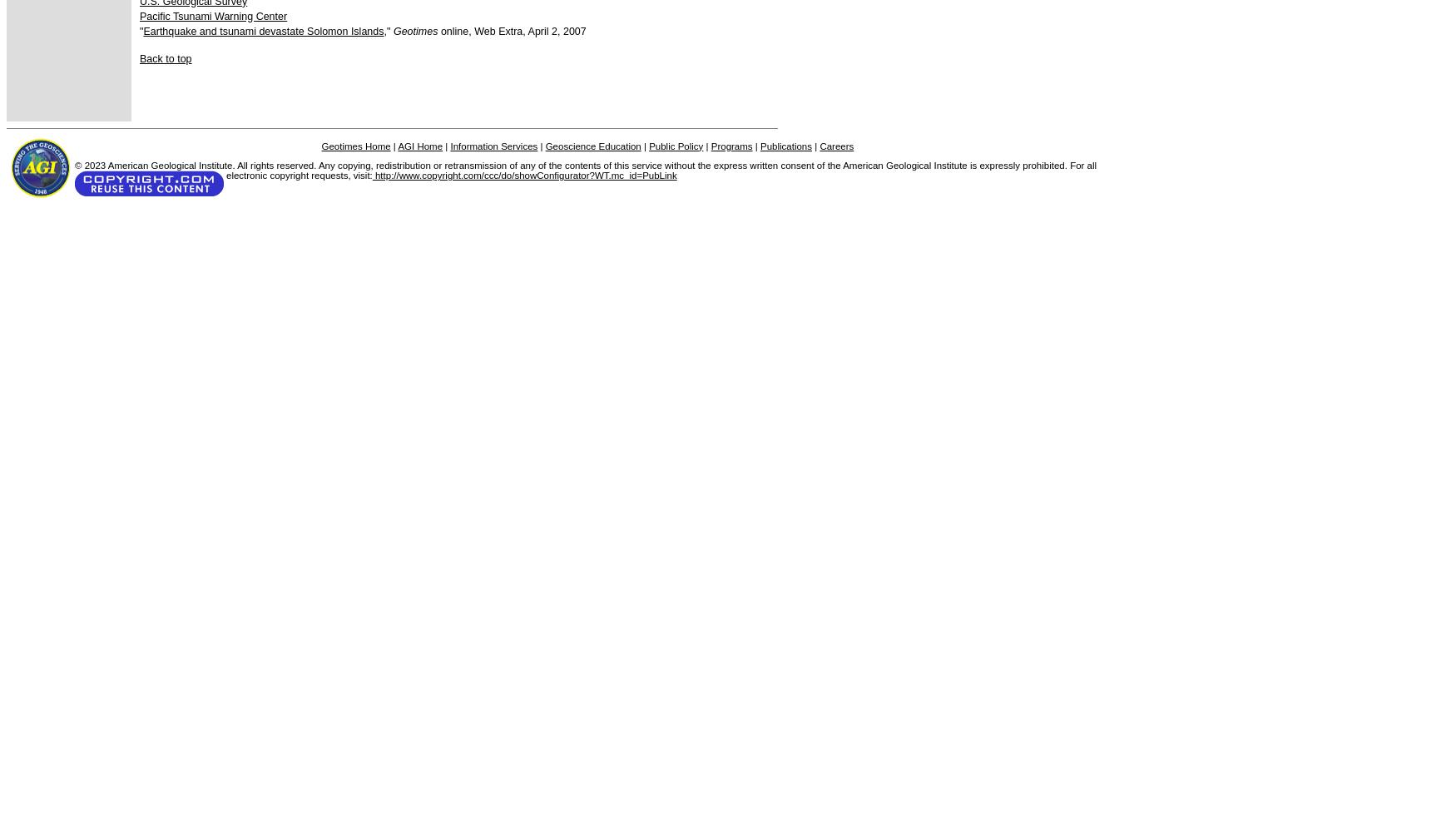 This screenshot has width=1456, height=832. I want to click on 'Programs', so click(730, 146).